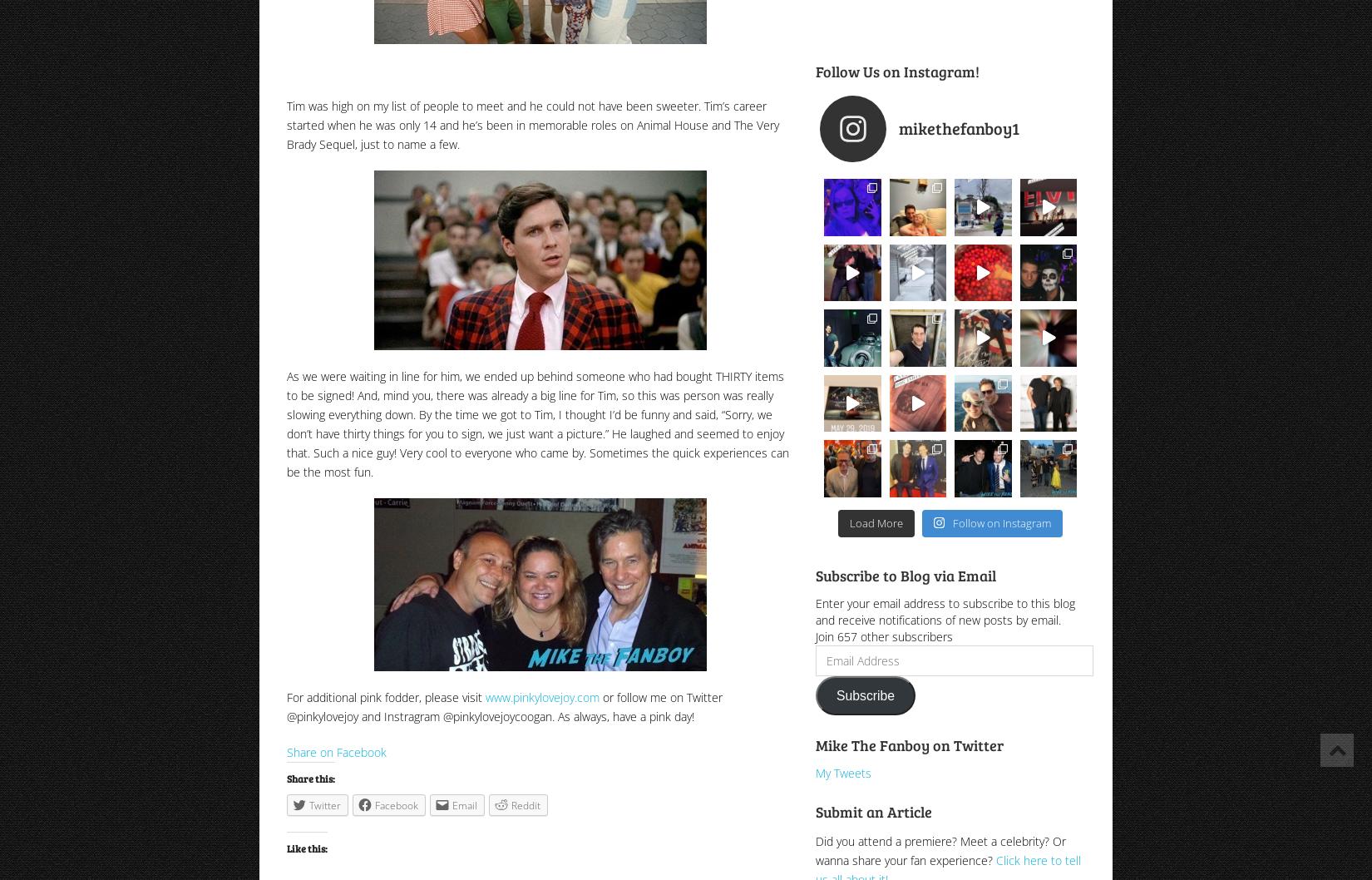 Image resolution: width=1372 pixels, height=880 pixels. I want to click on 'As we were waiting in line for him, we ended up behind someone who had bought THIRTY items to be signed! And, mind you, there was already a big line for Tim, so this was person was really slowing everything down. By the time we got to Tim, I thought I’d be funny and said, “Sorry, we don’t have thirty things for you to sign, we just want a picture.” He laughed and seemed to enjoy that. Such a nice guy! Very cool to everyone who came by. Sometimes the quick experiences can be the most fun.', so click(536, 423).